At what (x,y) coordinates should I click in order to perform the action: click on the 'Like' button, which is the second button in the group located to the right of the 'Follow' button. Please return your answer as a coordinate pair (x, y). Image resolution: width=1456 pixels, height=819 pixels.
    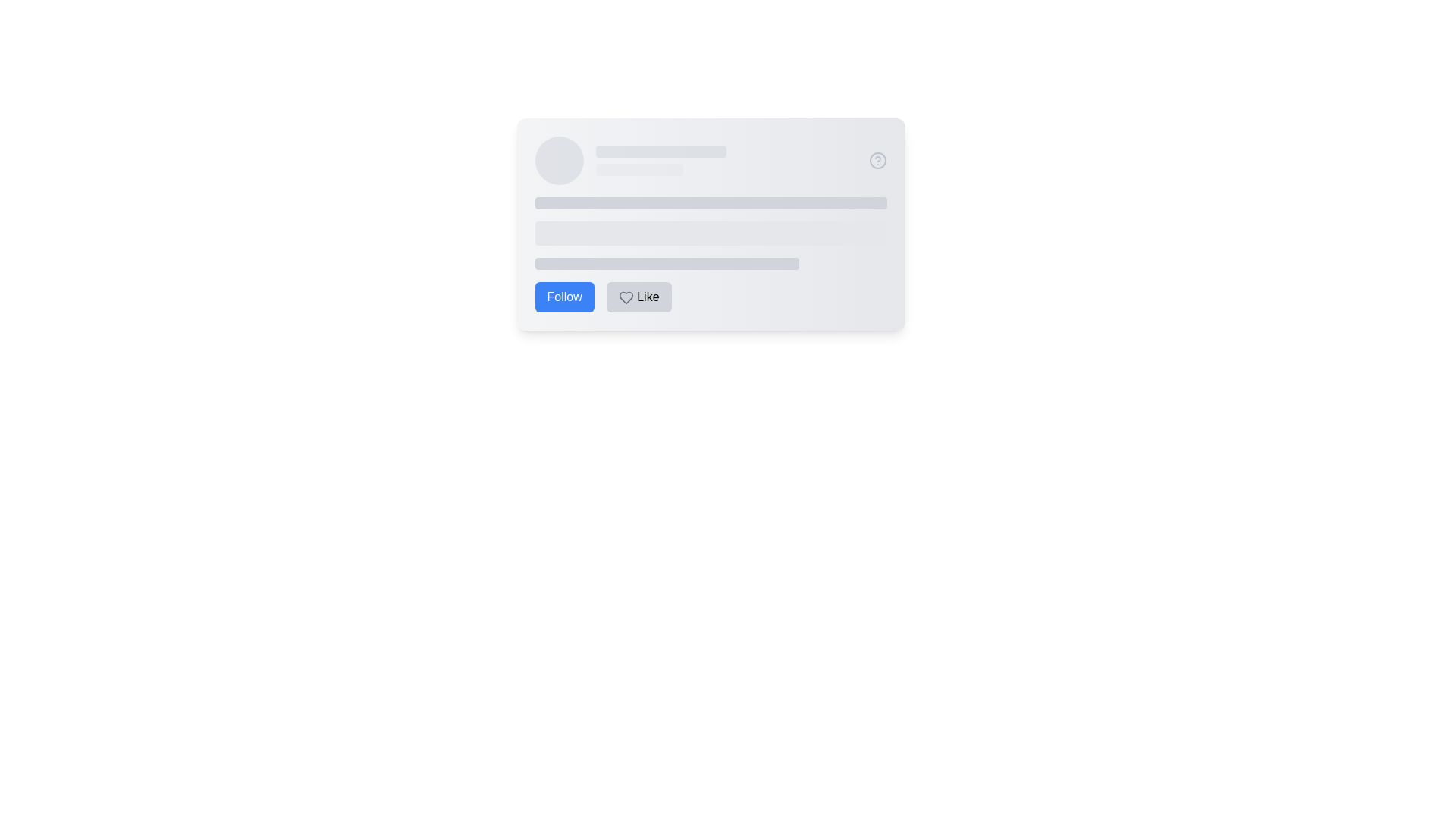
    Looking at the image, I should click on (639, 297).